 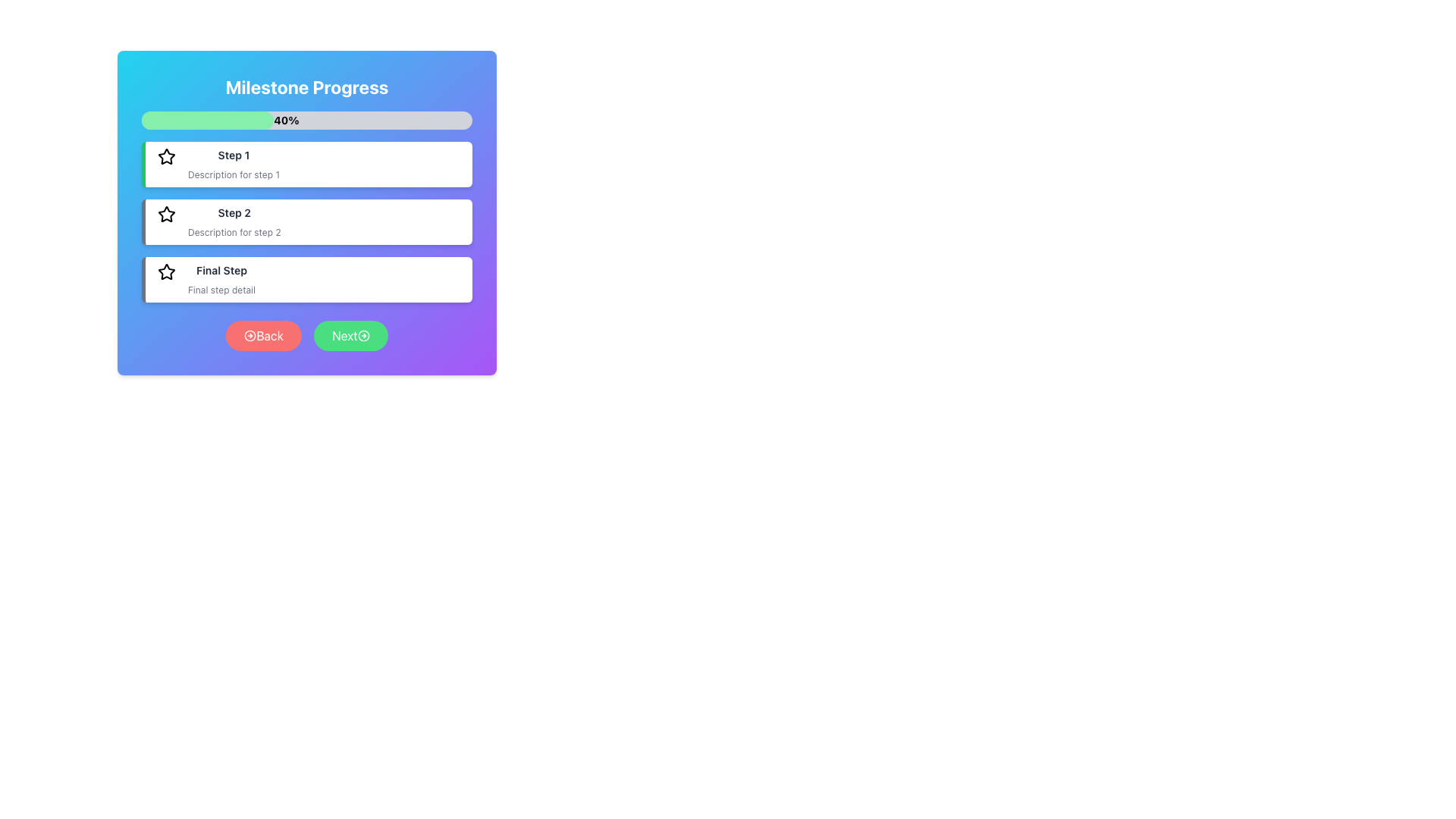 What do you see at coordinates (233, 164) in the screenshot?
I see `the informational text block labeled 'Step 1' which is a vertical stack of text elements, displaying a bold title and a smaller gray description, located below the 'Milestone Progress' progress bar` at bounding box center [233, 164].